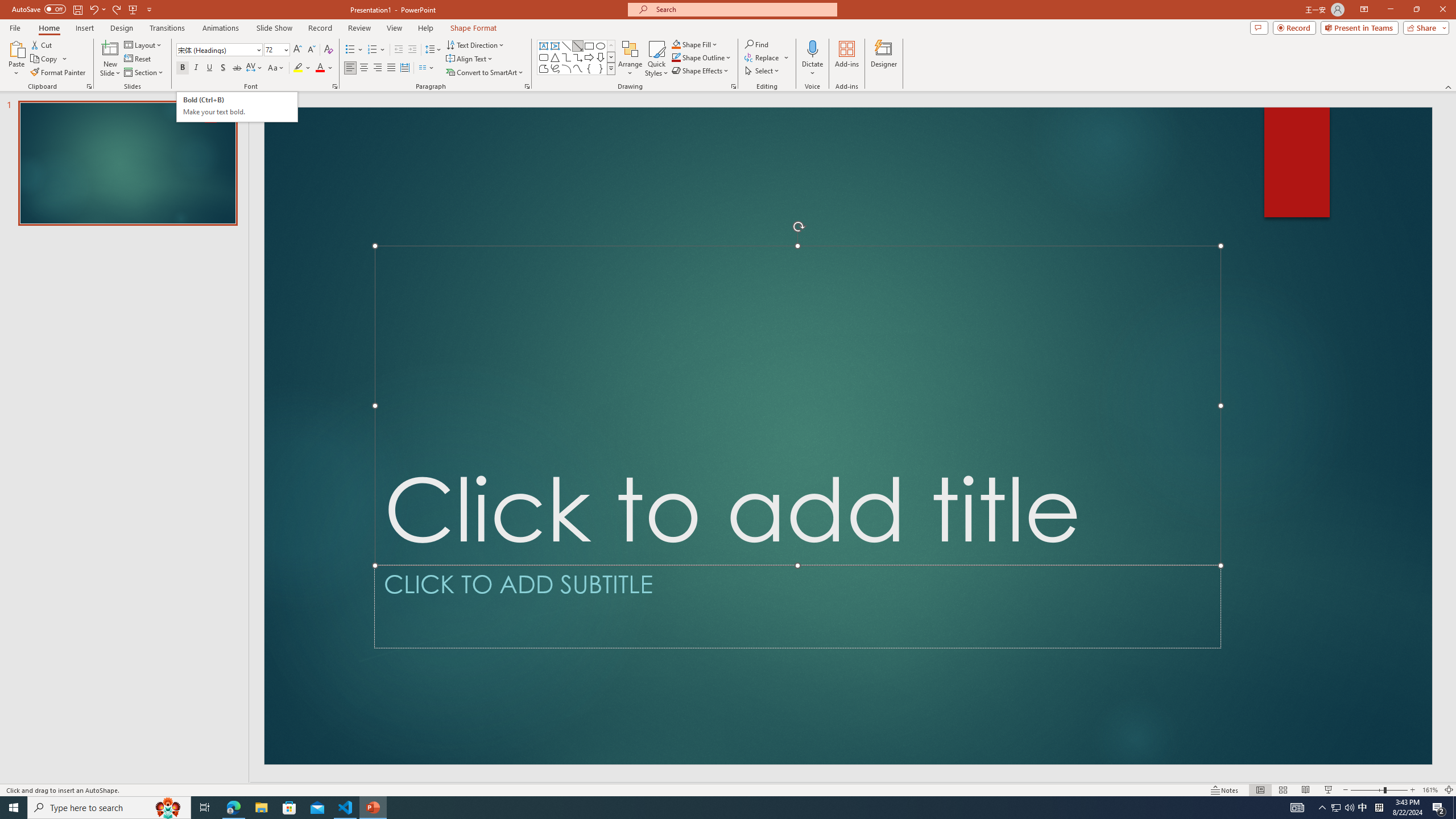 The width and height of the screenshot is (1456, 819). Describe the element at coordinates (883, 59) in the screenshot. I see `'Designer'` at that location.